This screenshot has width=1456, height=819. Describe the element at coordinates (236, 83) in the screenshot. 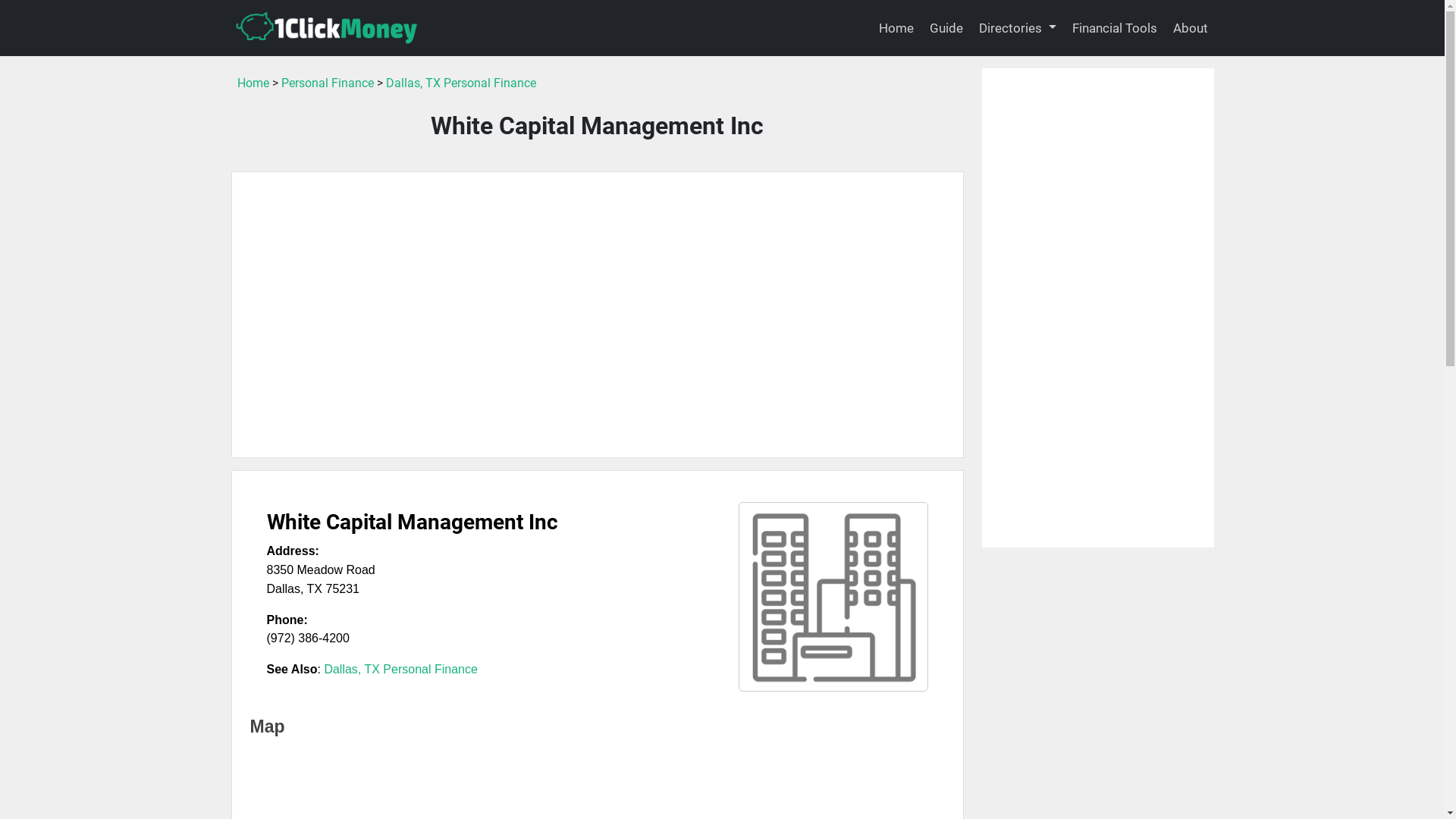

I see `'Home'` at that location.